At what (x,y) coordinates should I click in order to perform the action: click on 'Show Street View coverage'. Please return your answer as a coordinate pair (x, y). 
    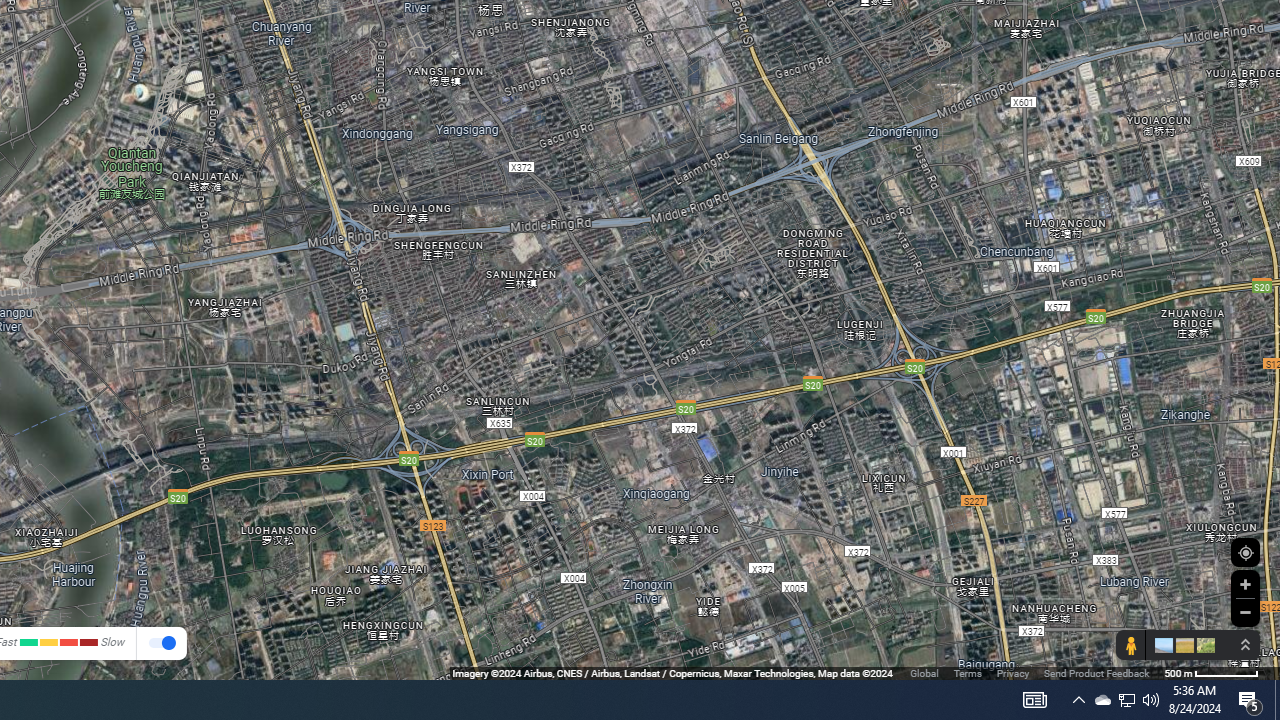
    Looking at the image, I should click on (1130, 645).